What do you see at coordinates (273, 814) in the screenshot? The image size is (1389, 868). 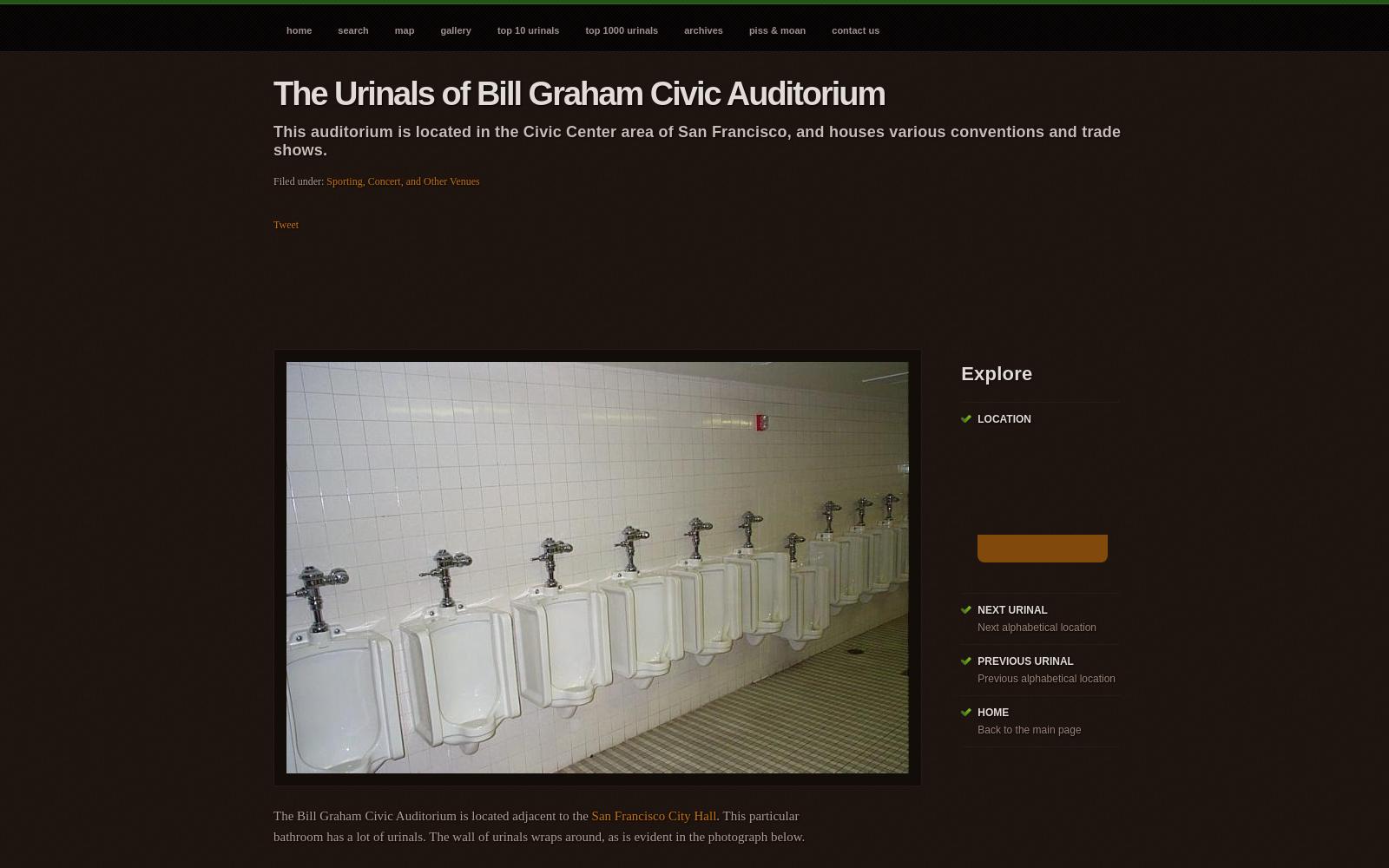 I see `'The Bill Graham Civic Auditorium is located adjacent to the'` at bounding box center [273, 814].